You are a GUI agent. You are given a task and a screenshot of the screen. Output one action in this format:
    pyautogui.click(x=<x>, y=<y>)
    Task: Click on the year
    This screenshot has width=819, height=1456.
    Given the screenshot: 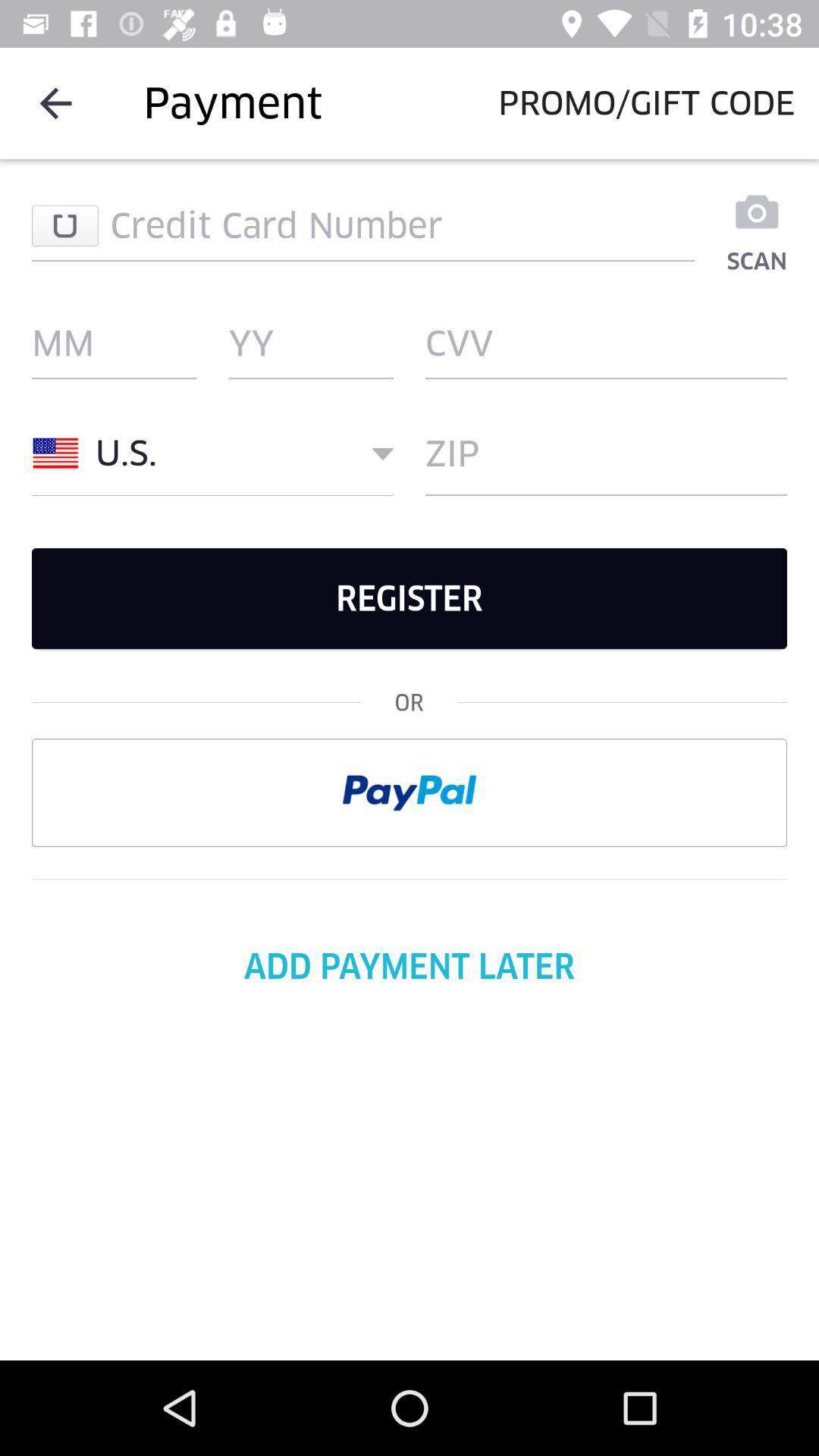 What is the action you would take?
    pyautogui.click(x=310, y=342)
    